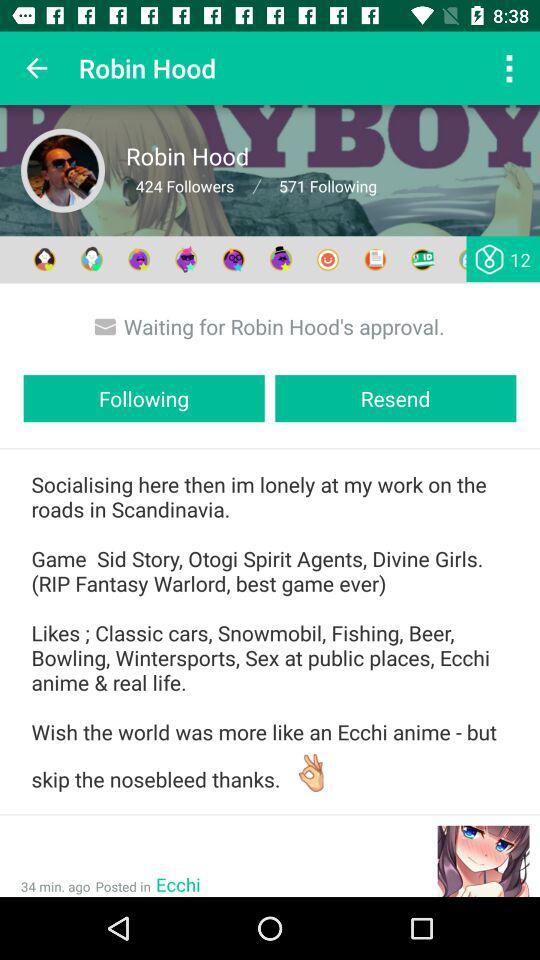 This screenshot has height=960, width=540. What do you see at coordinates (44, 258) in the screenshot?
I see `the first icon which comes after 571 following` at bounding box center [44, 258].